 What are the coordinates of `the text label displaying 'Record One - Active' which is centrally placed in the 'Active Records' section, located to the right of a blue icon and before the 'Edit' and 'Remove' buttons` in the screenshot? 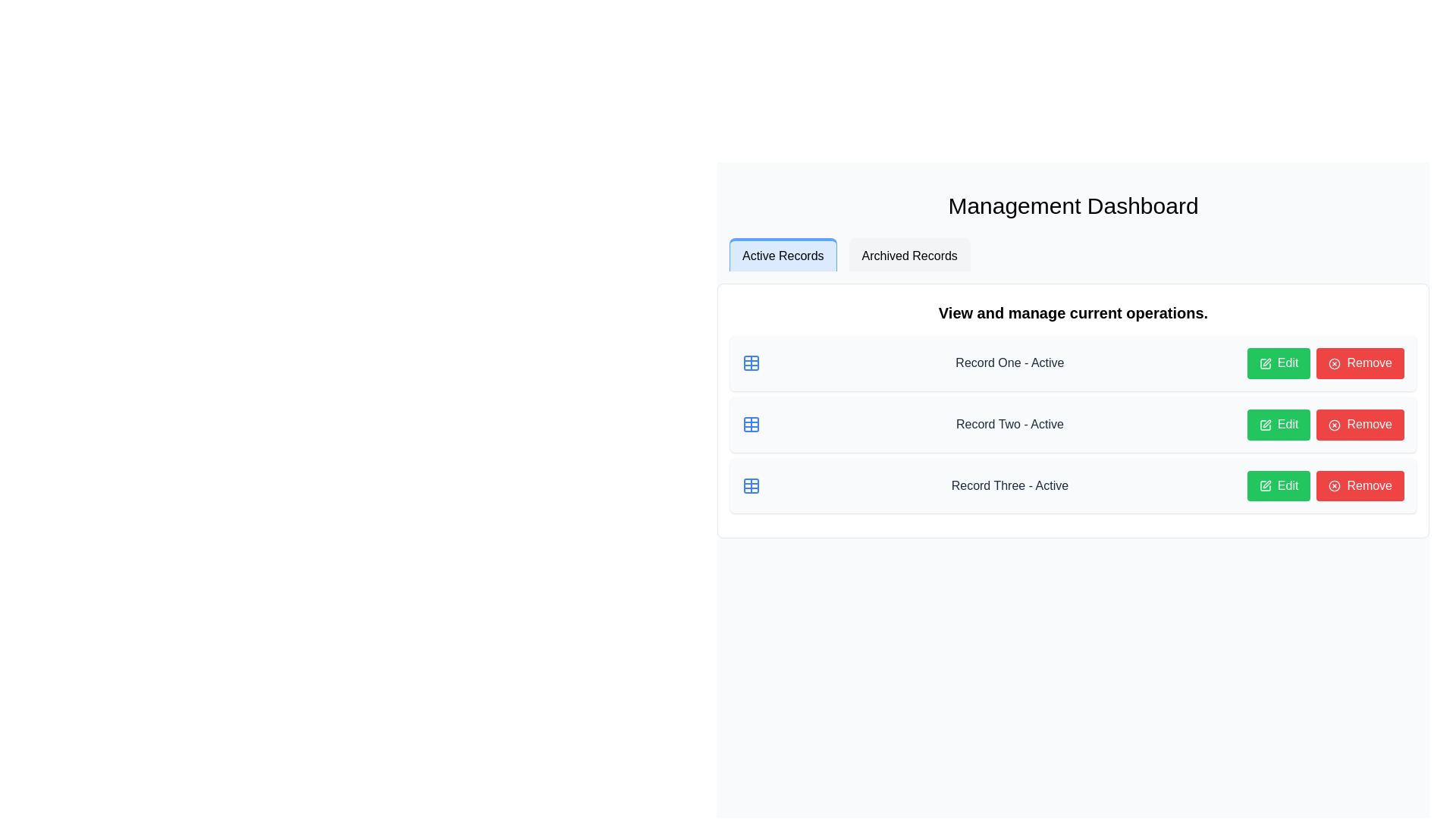 It's located at (1009, 363).